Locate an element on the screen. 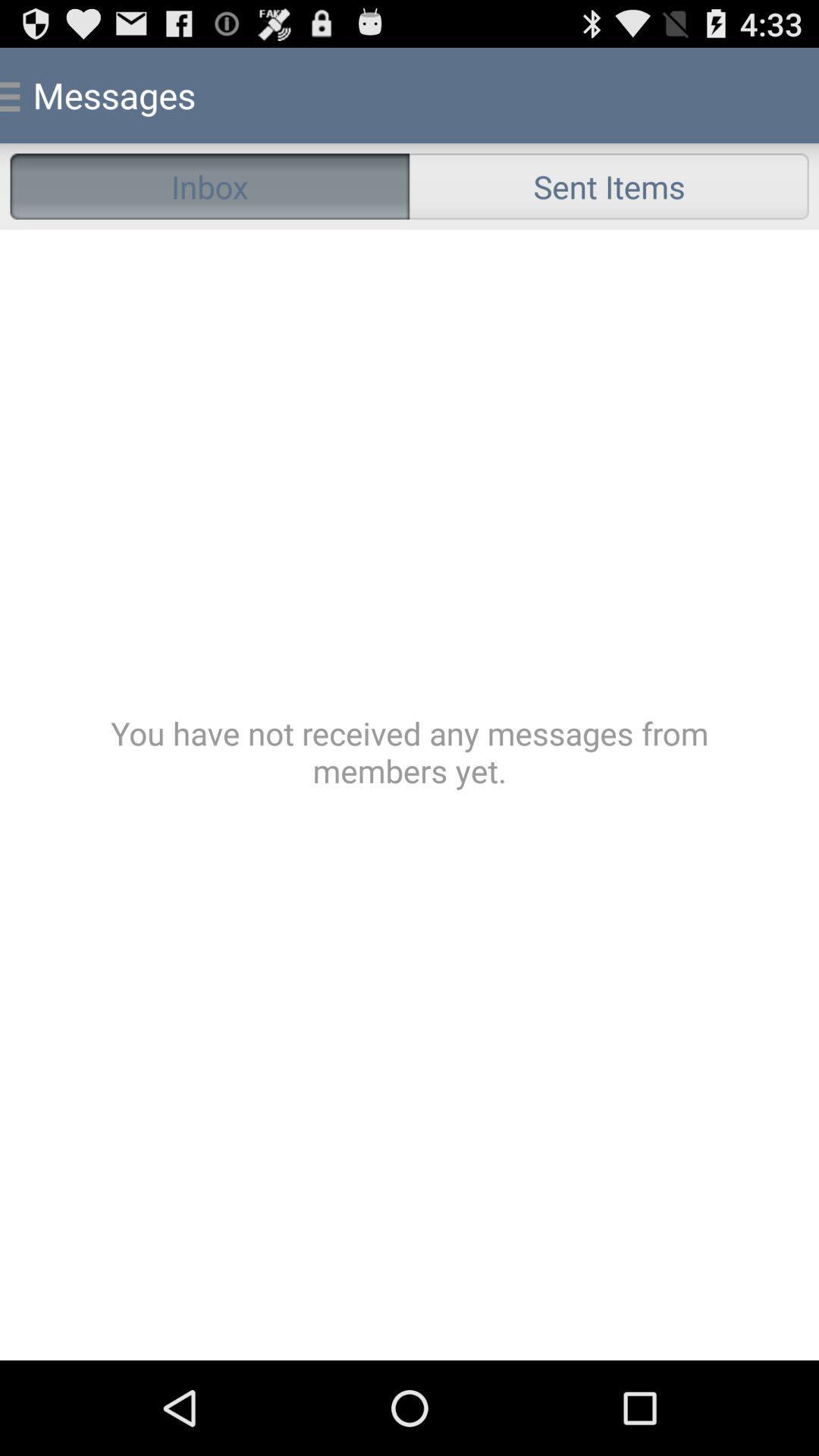 The image size is (819, 1456). the radio button to the right of the inbox radio button is located at coordinates (608, 185).